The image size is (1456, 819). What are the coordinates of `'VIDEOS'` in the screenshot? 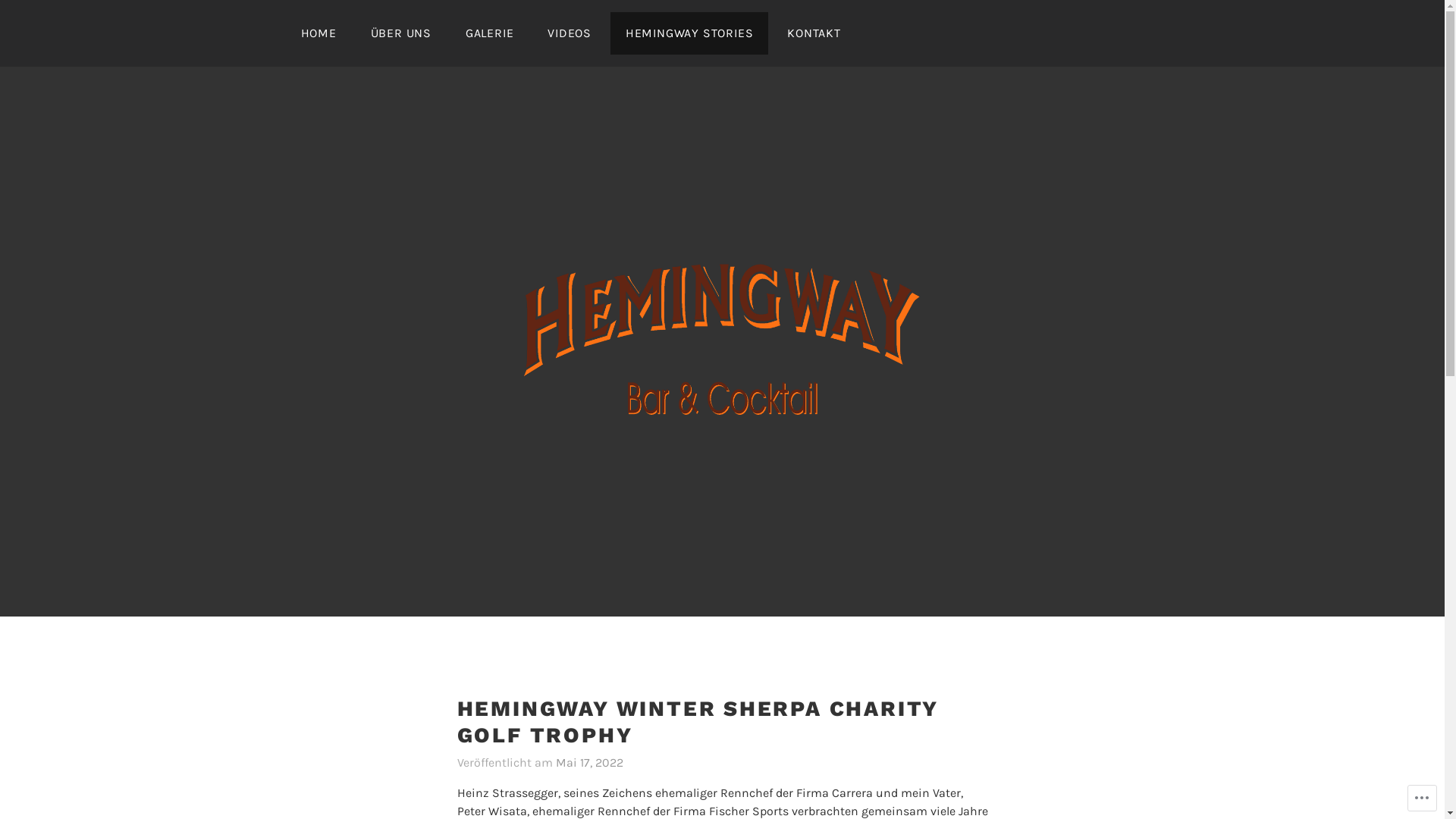 It's located at (568, 33).